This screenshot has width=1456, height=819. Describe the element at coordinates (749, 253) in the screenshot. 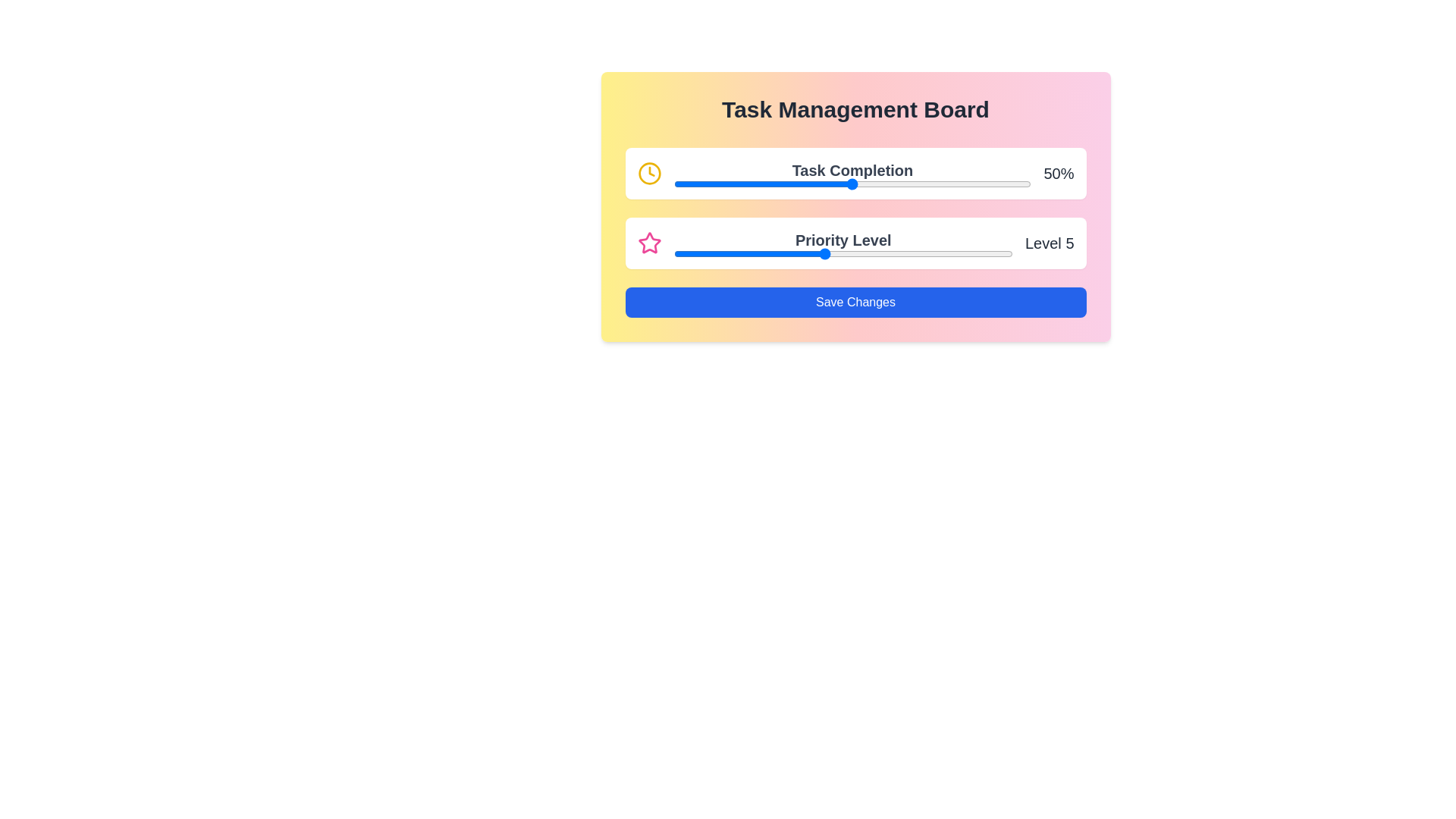

I see `priority level` at that location.